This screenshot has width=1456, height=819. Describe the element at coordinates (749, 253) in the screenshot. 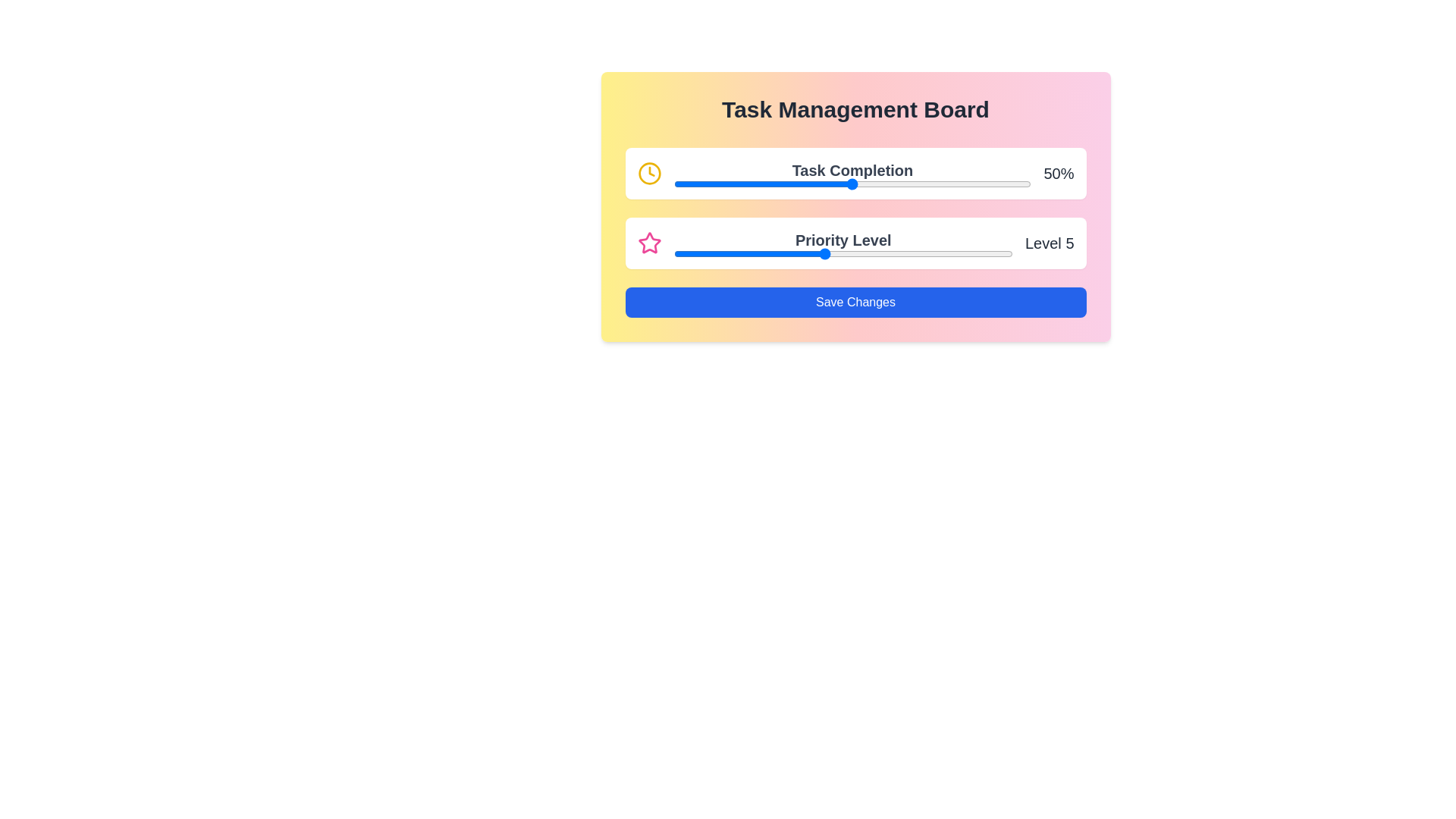

I see `priority level` at that location.